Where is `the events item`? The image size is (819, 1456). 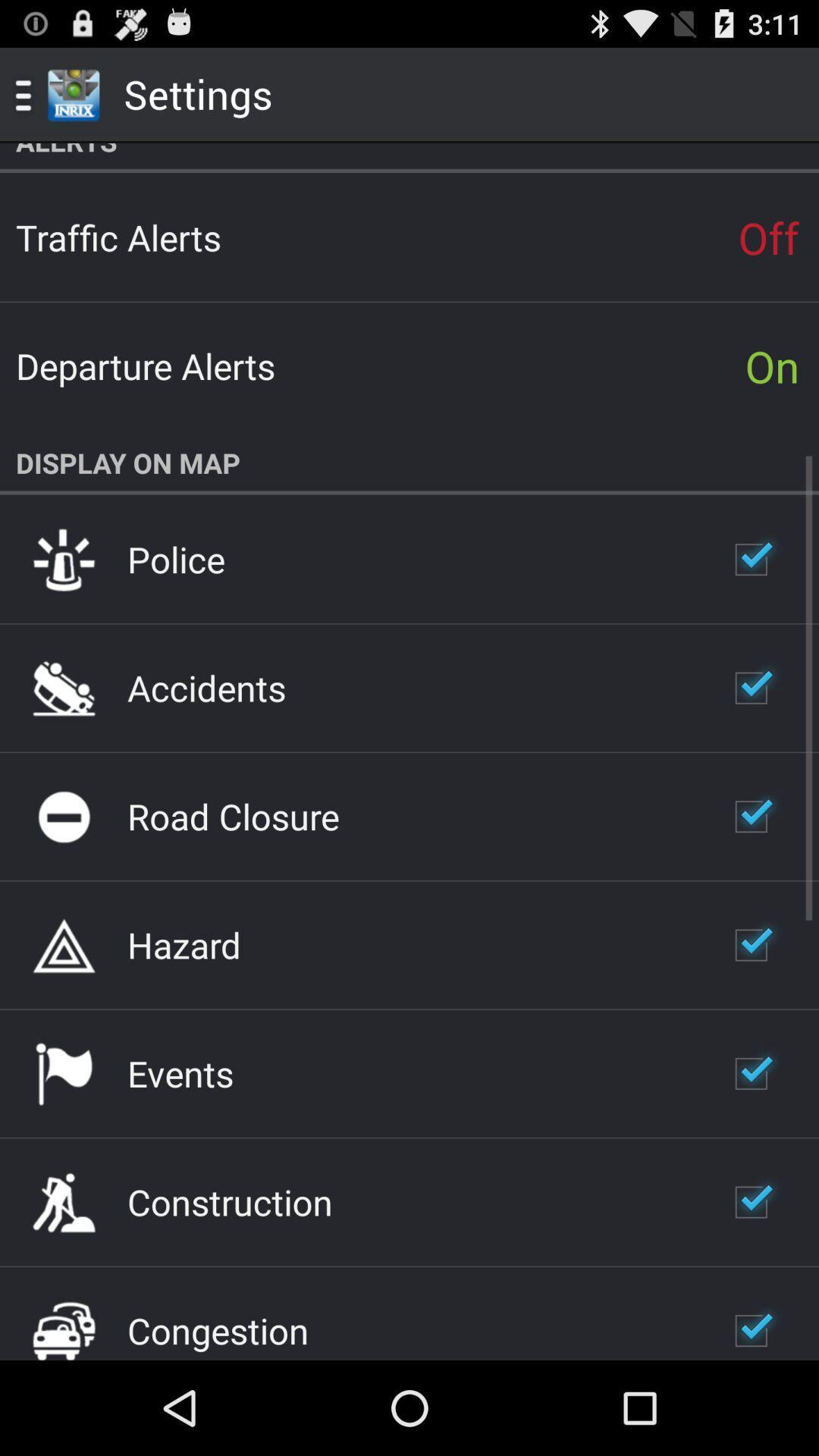
the events item is located at coordinates (180, 1072).